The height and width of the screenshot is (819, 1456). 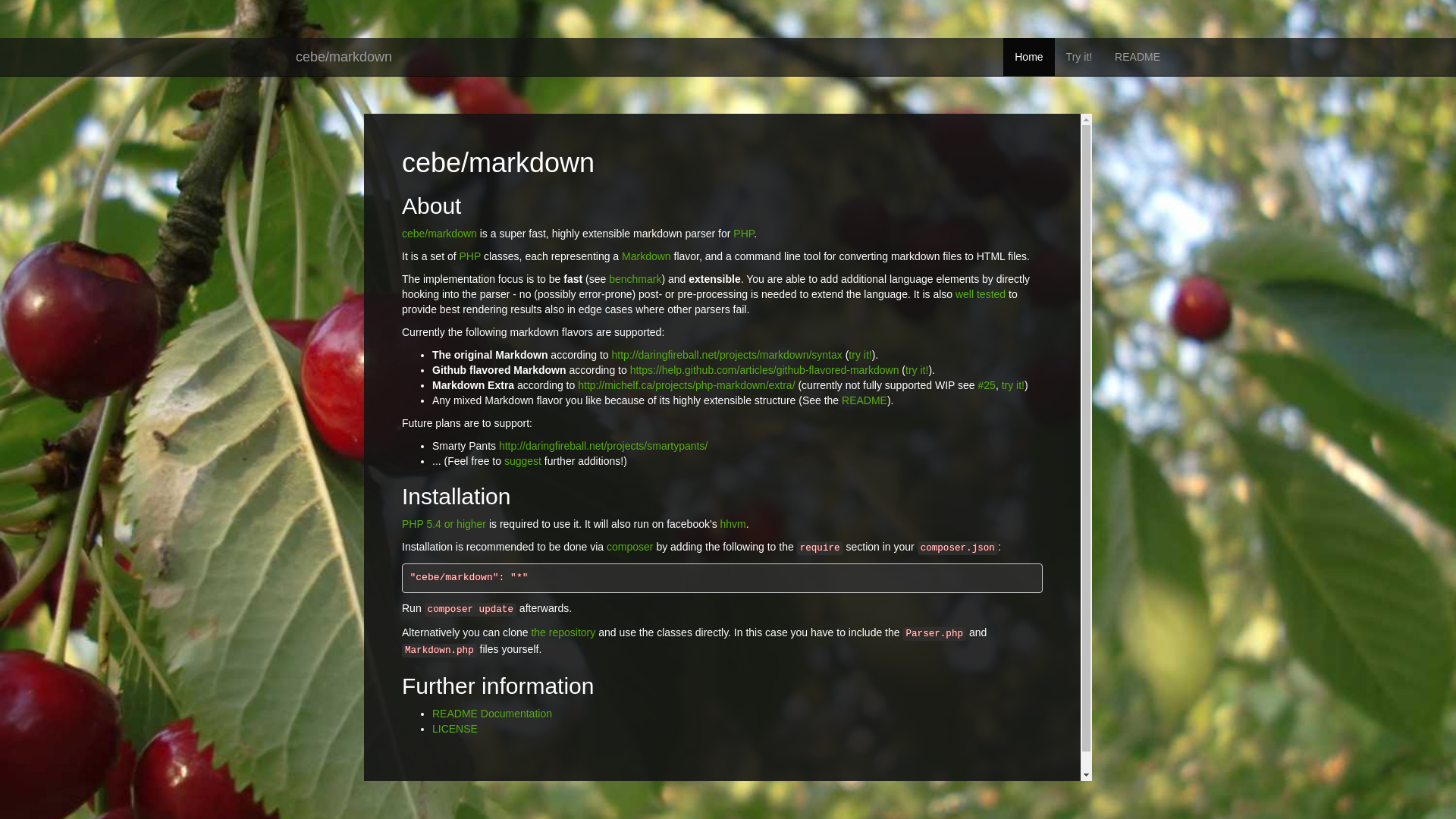 What do you see at coordinates (454, 727) in the screenshot?
I see `'LICENSE'` at bounding box center [454, 727].